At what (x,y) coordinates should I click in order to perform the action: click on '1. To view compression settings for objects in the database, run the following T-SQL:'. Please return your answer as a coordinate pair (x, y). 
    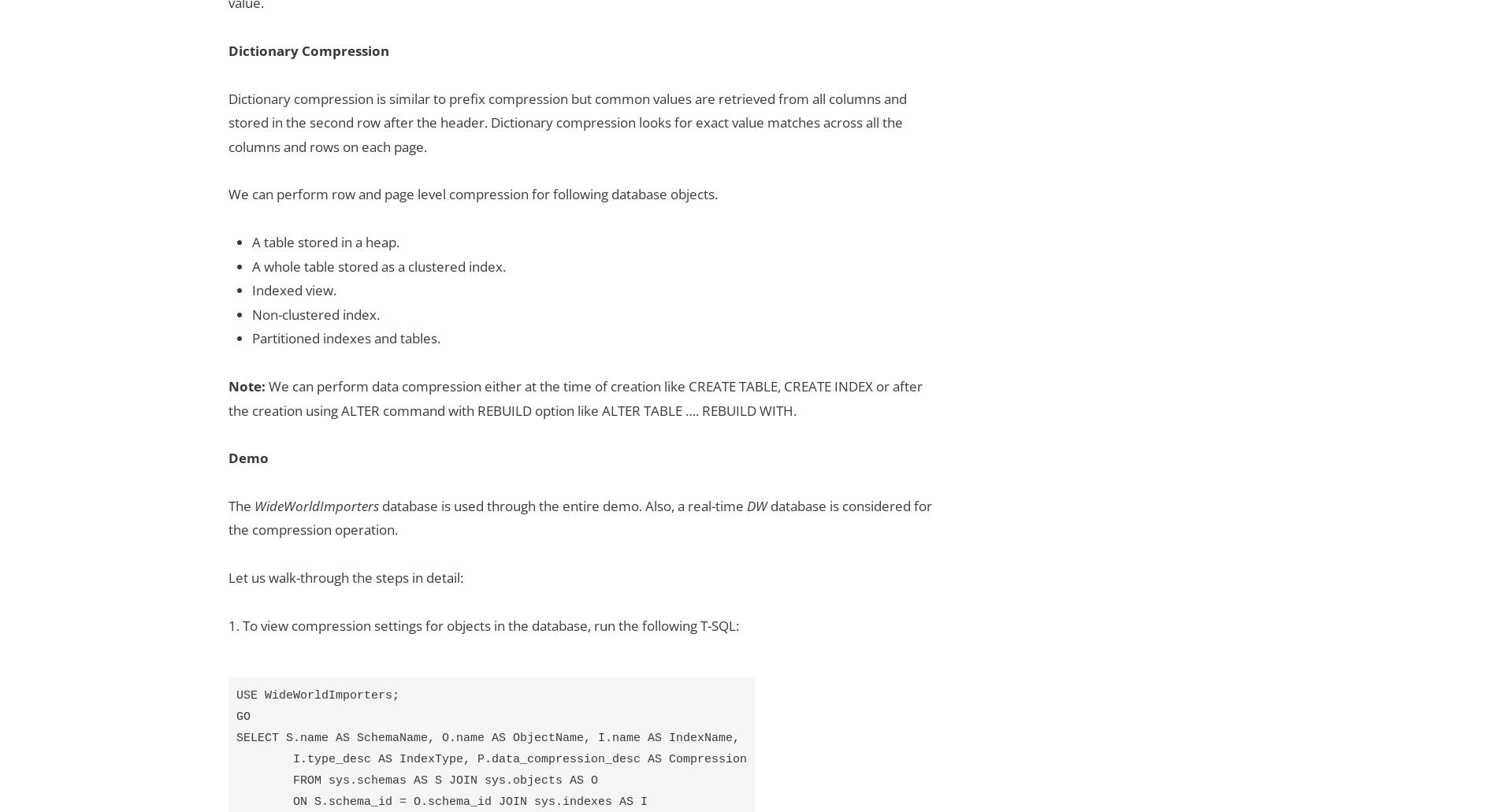
    Looking at the image, I should click on (484, 624).